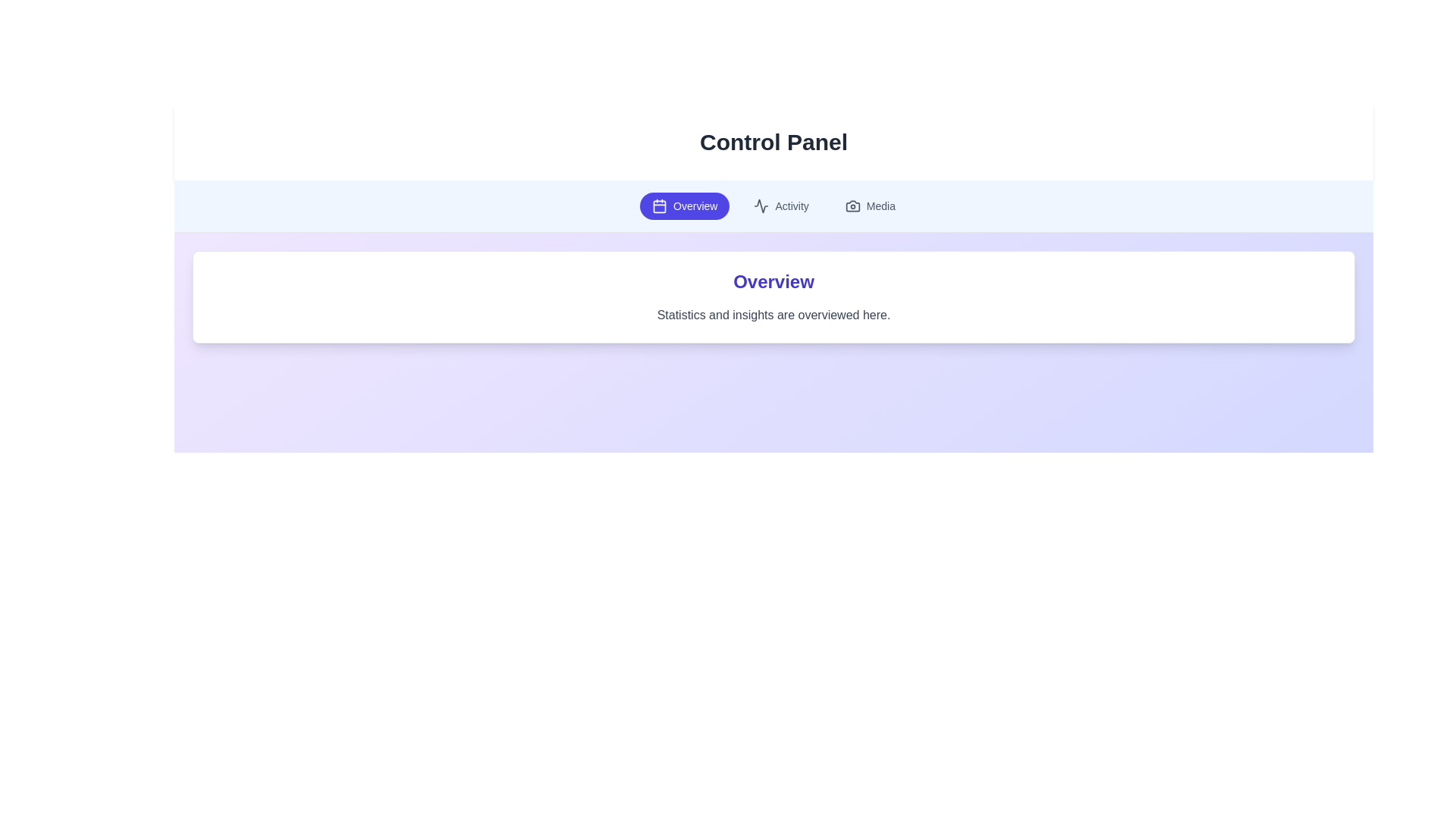 The width and height of the screenshot is (1456, 819). Describe the element at coordinates (852, 206) in the screenshot. I see `the camera icon element` at that location.